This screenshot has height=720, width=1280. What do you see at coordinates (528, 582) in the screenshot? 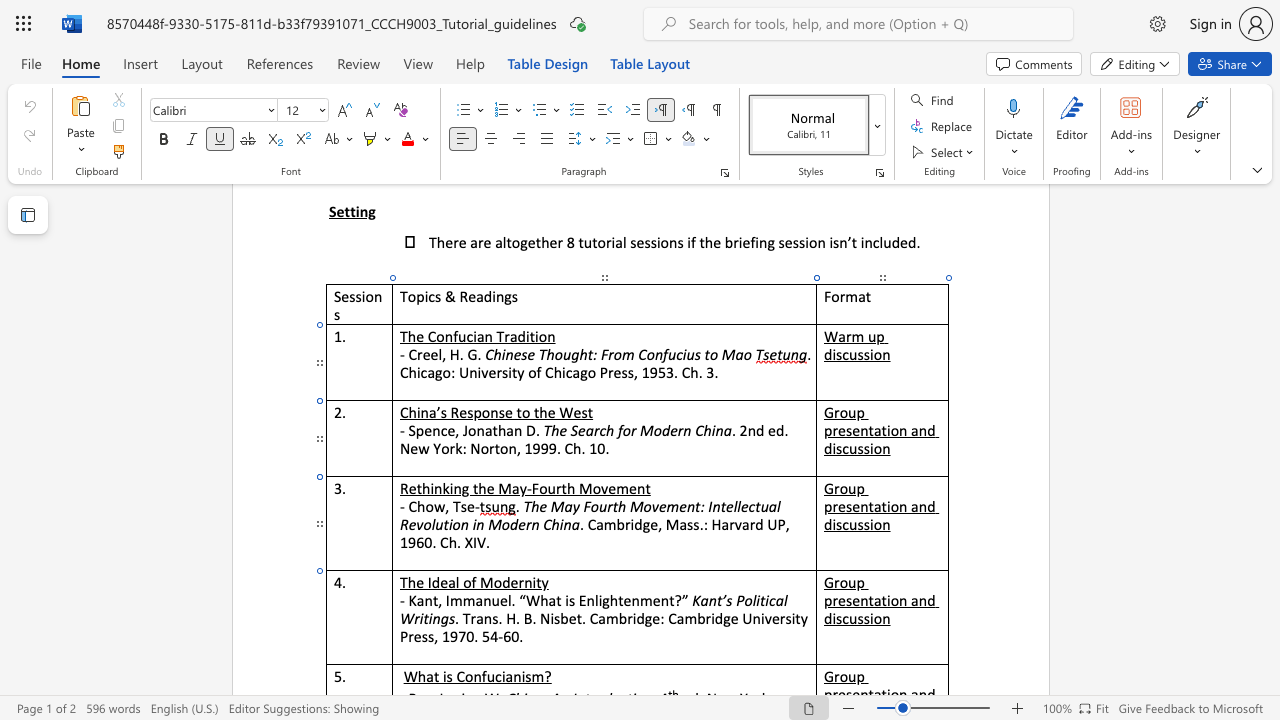
I see `the 1th character "n" in the text` at bounding box center [528, 582].